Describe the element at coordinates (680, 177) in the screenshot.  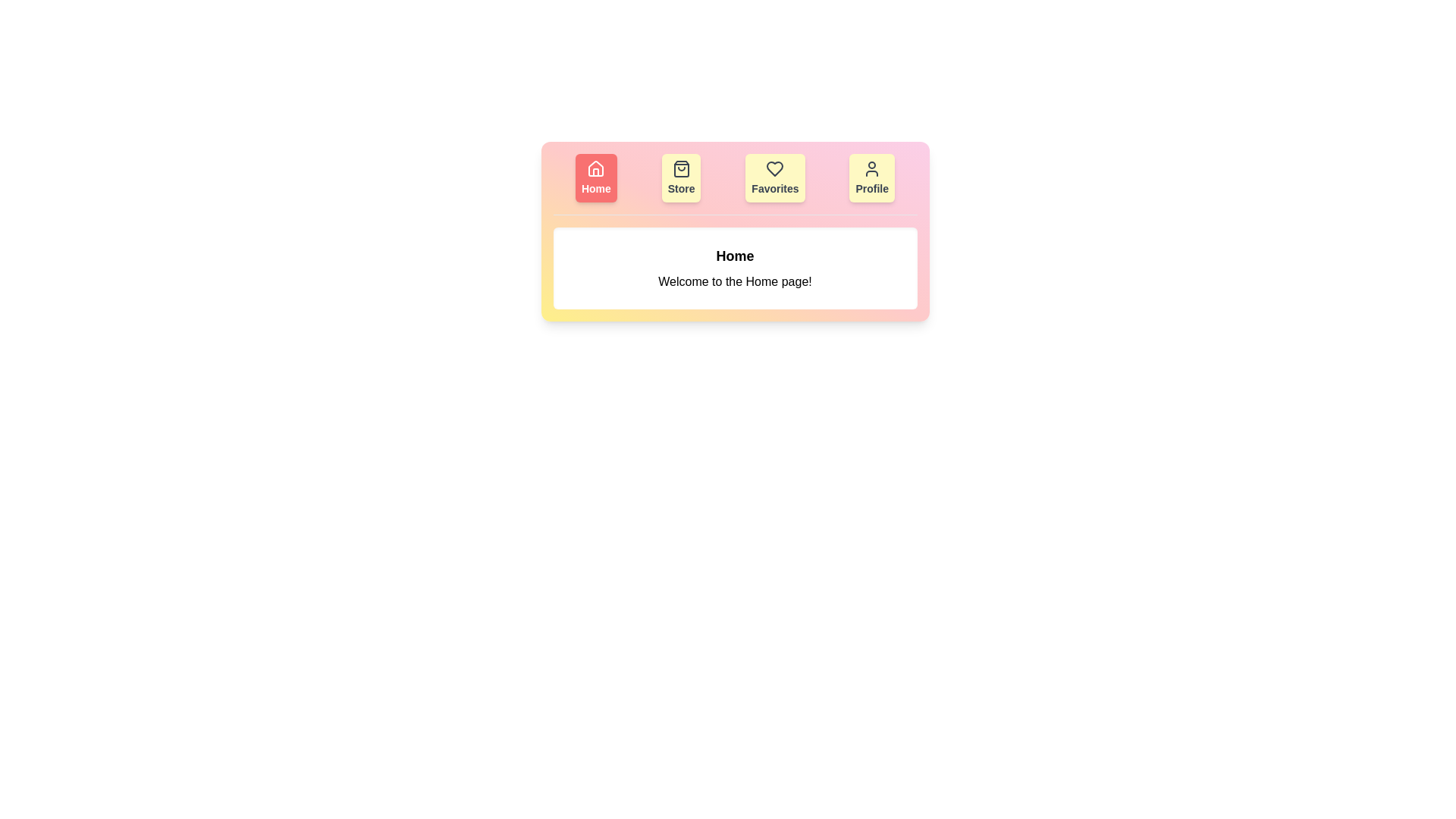
I see `the tab labeled Store to switch to its content` at that location.